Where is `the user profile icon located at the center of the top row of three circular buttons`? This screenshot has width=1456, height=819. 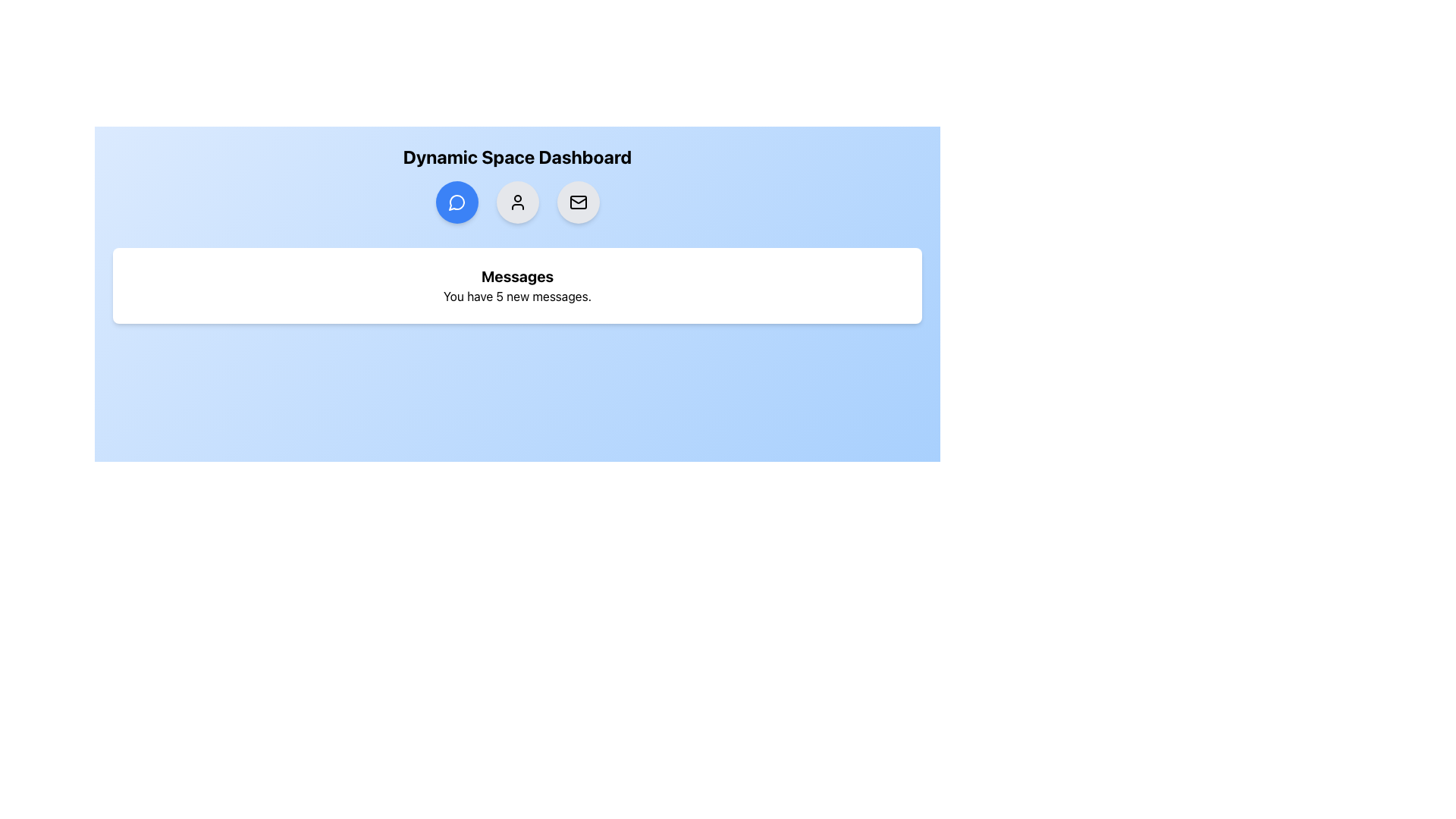 the user profile icon located at the center of the top row of three circular buttons is located at coordinates (517, 201).